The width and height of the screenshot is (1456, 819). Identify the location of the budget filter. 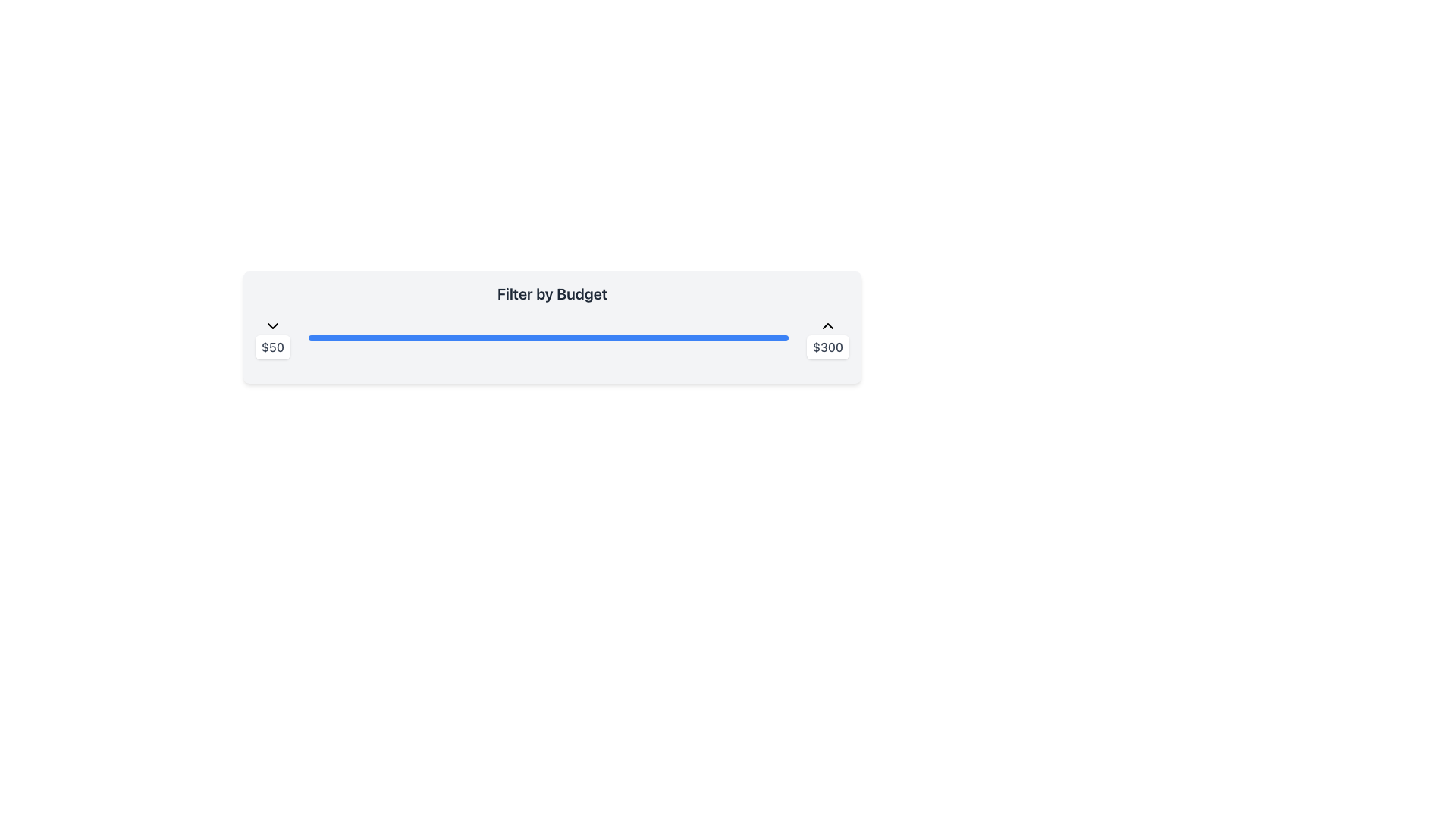
(350, 337).